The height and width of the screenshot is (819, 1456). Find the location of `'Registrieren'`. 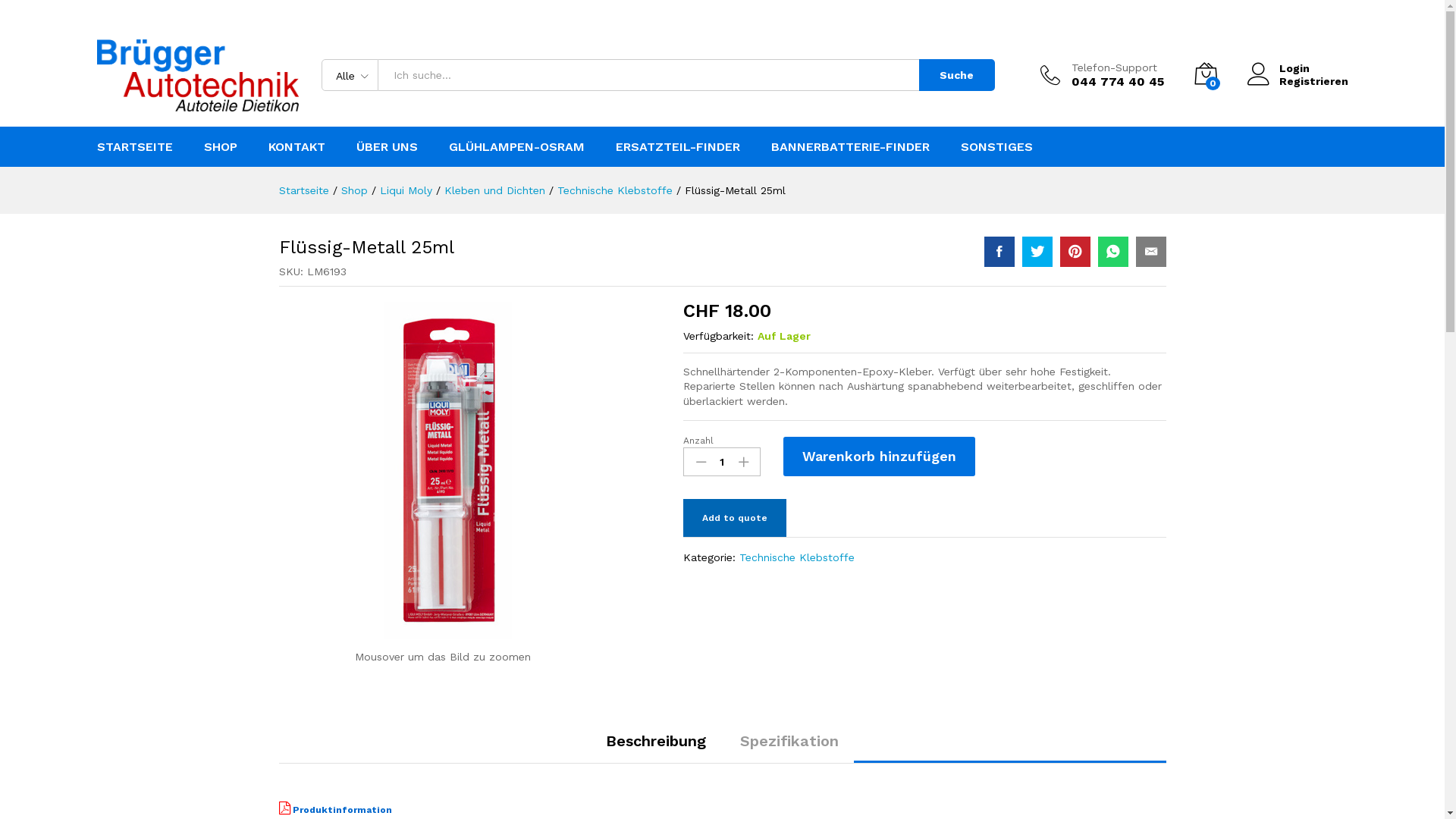

'Registrieren' is located at coordinates (1296, 81).